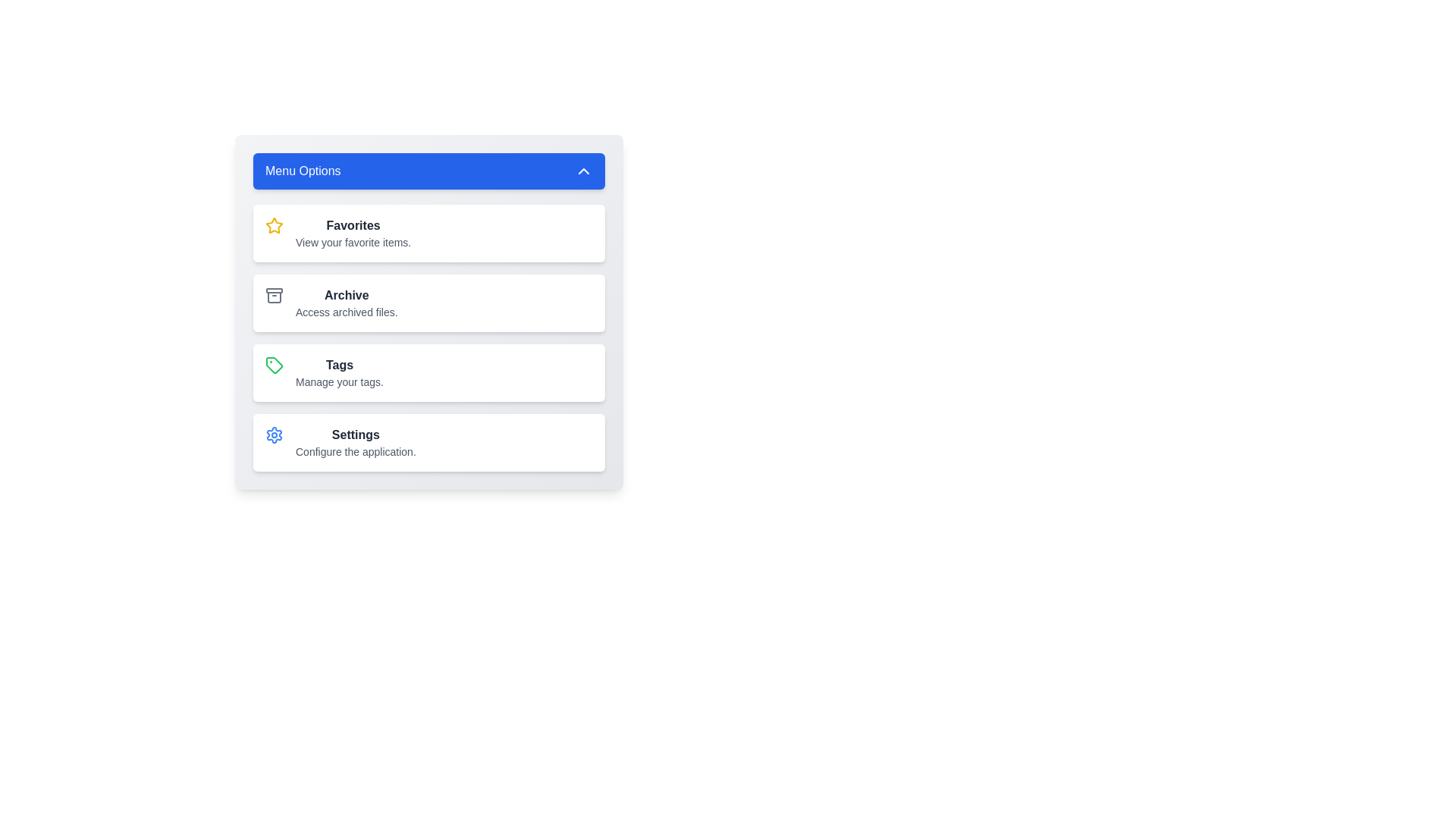 This screenshot has height=819, width=1456. What do you see at coordinates (355, 435) in the screenshot?
I see `the text label displaying 'Settings', which is styled with a bold font and dark gray color, located in the vertical menu layout below the 'Tags' item` at bounding box center [355, 435].